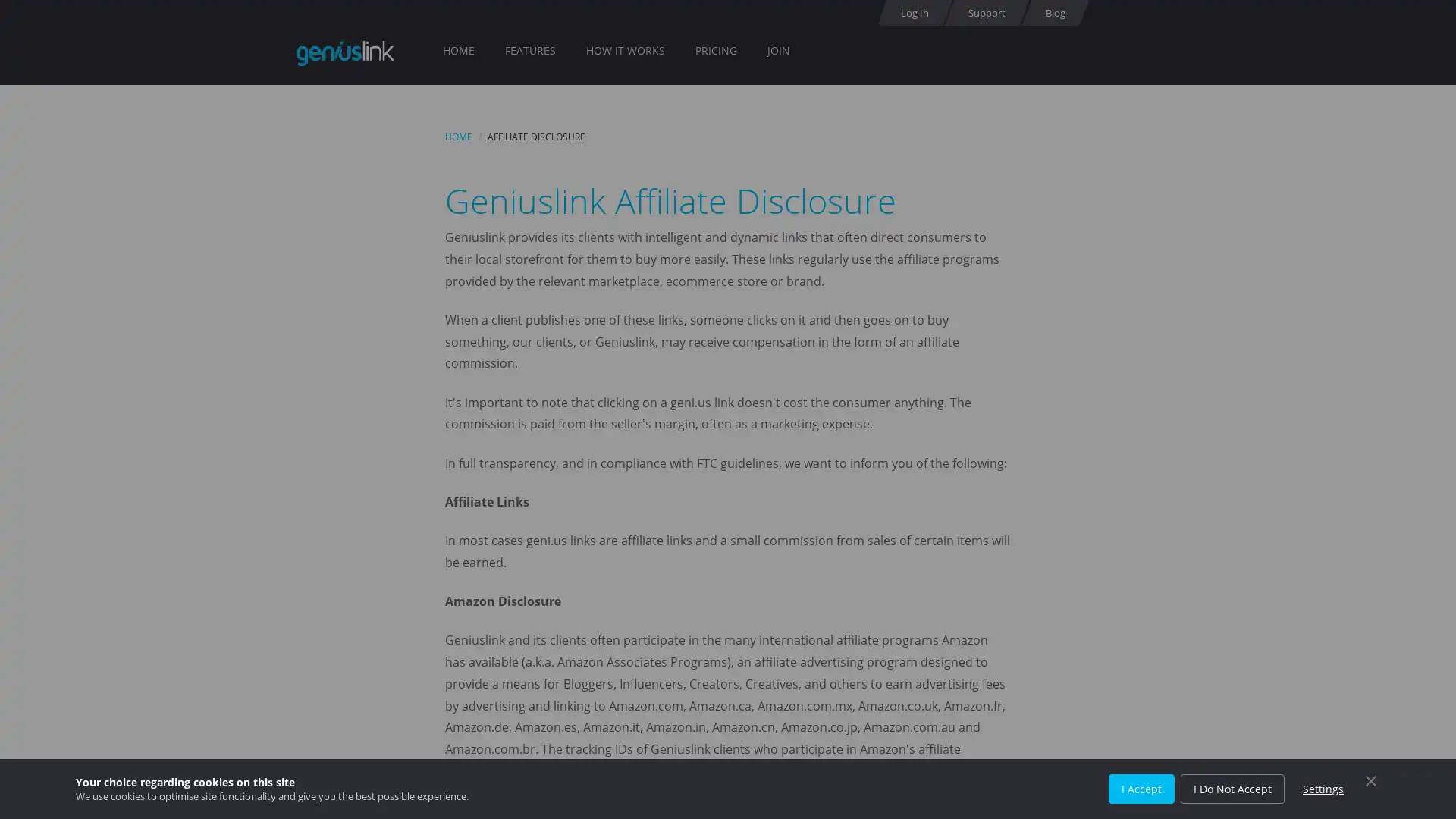  Describe the element at coordinates (1232, 788) in the screenshot. I see `I Do Not Accept` at that location.